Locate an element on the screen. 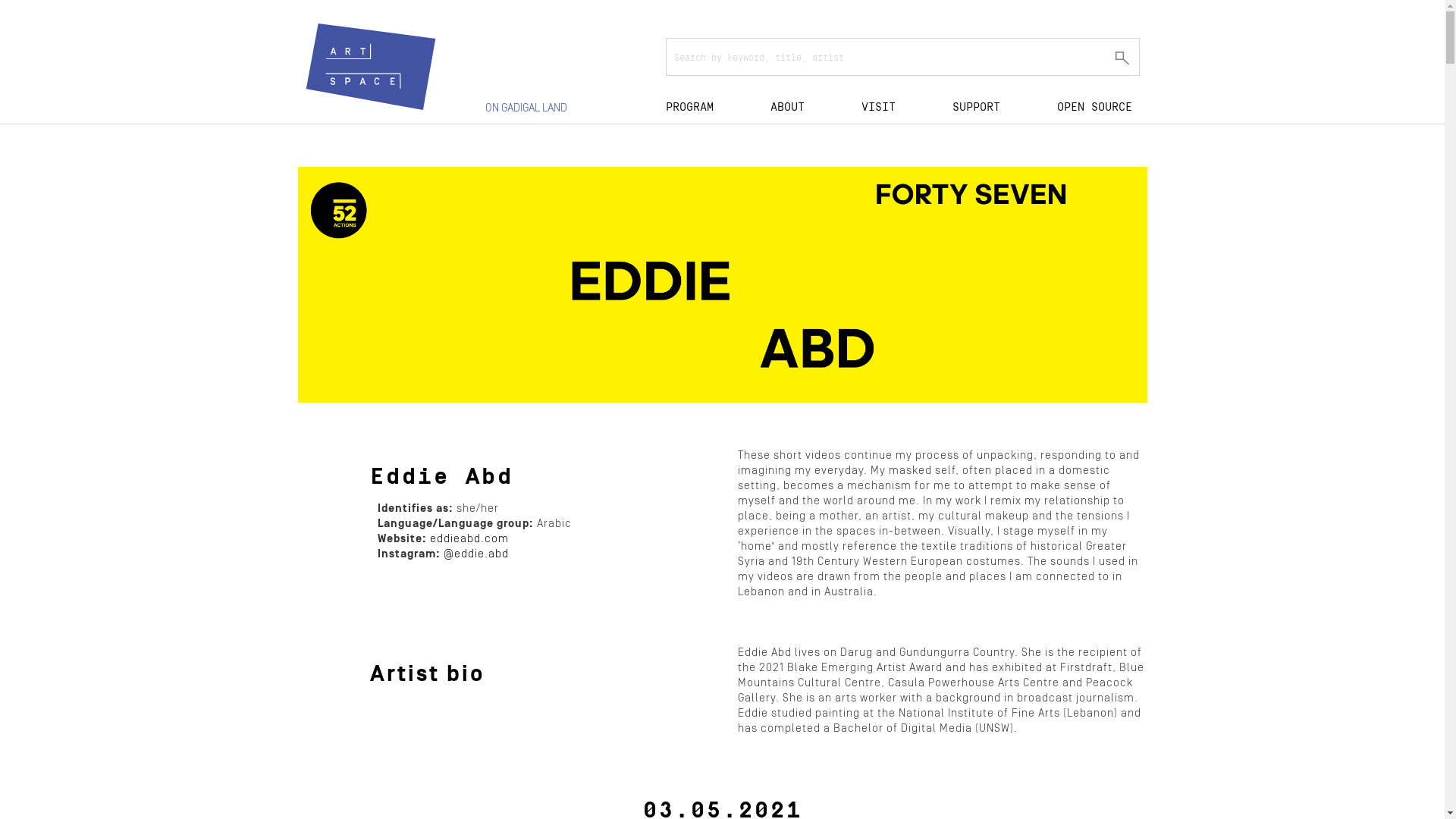 This screenshot has width=1456, height=819. 'OPEN SOURCE' is located at coordinates (1094, 105).